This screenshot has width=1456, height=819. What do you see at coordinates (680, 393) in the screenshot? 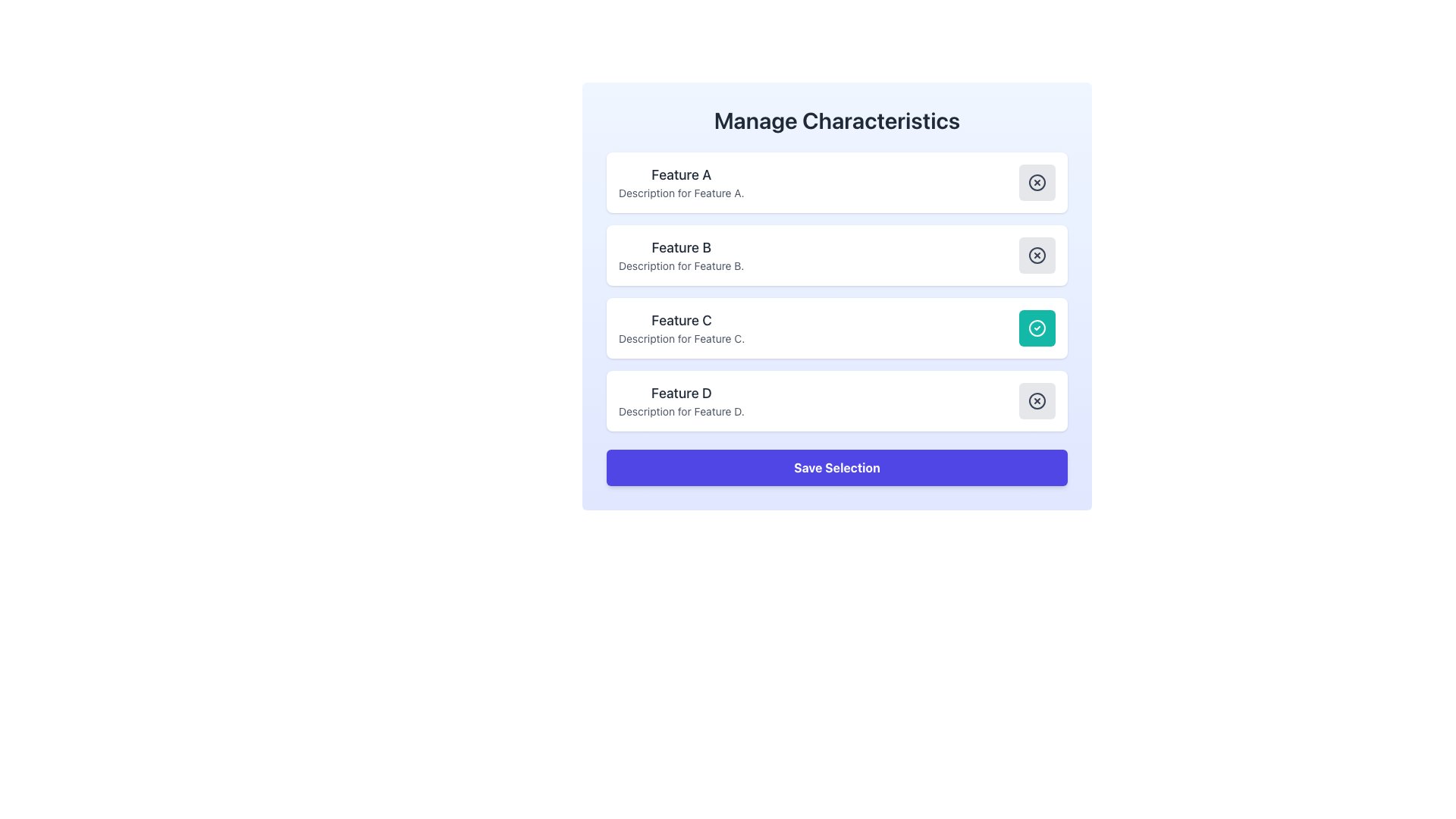
I see `the heading text labeled 'Feature D' located at the top of the fourth feature block` at bounding box center [680, 393].